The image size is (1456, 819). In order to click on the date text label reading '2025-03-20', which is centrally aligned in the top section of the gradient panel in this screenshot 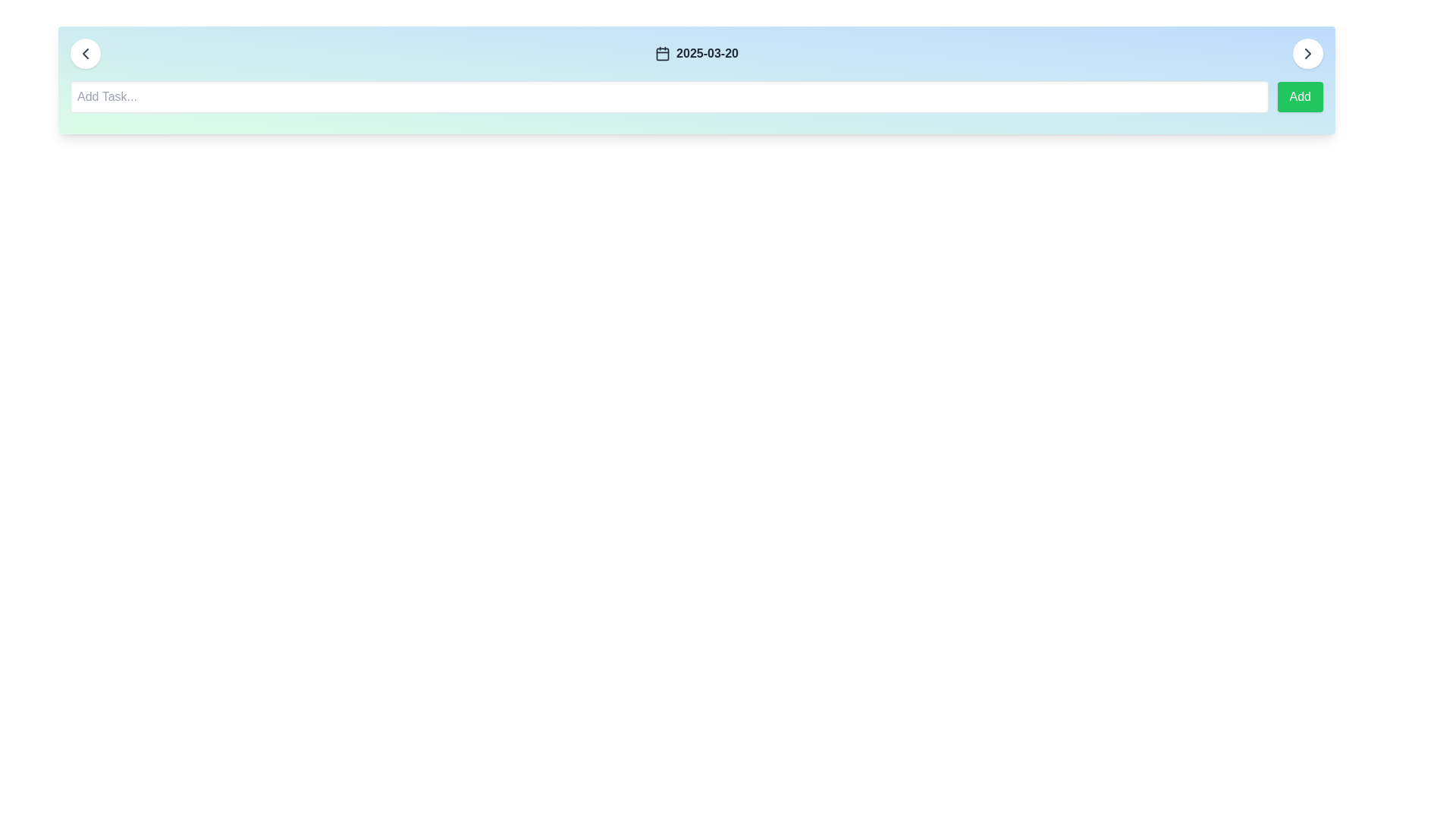, I will do `click(695, 52)`.